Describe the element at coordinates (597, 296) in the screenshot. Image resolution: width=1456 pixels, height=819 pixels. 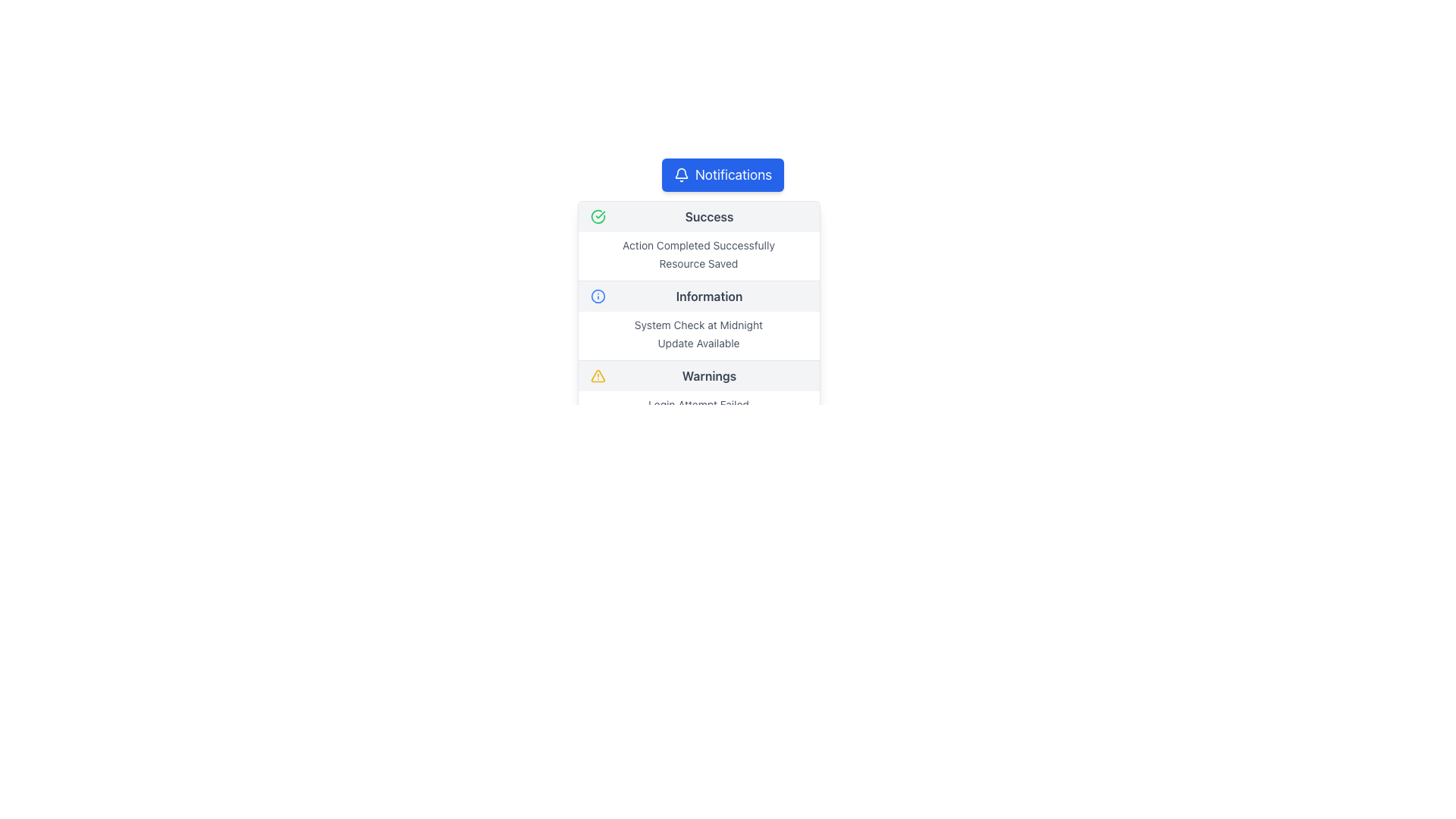
I see `the Vector Graphic Icon located in the 'Information' section, positioned left of the text 'System Check at Midnight'` at that location.